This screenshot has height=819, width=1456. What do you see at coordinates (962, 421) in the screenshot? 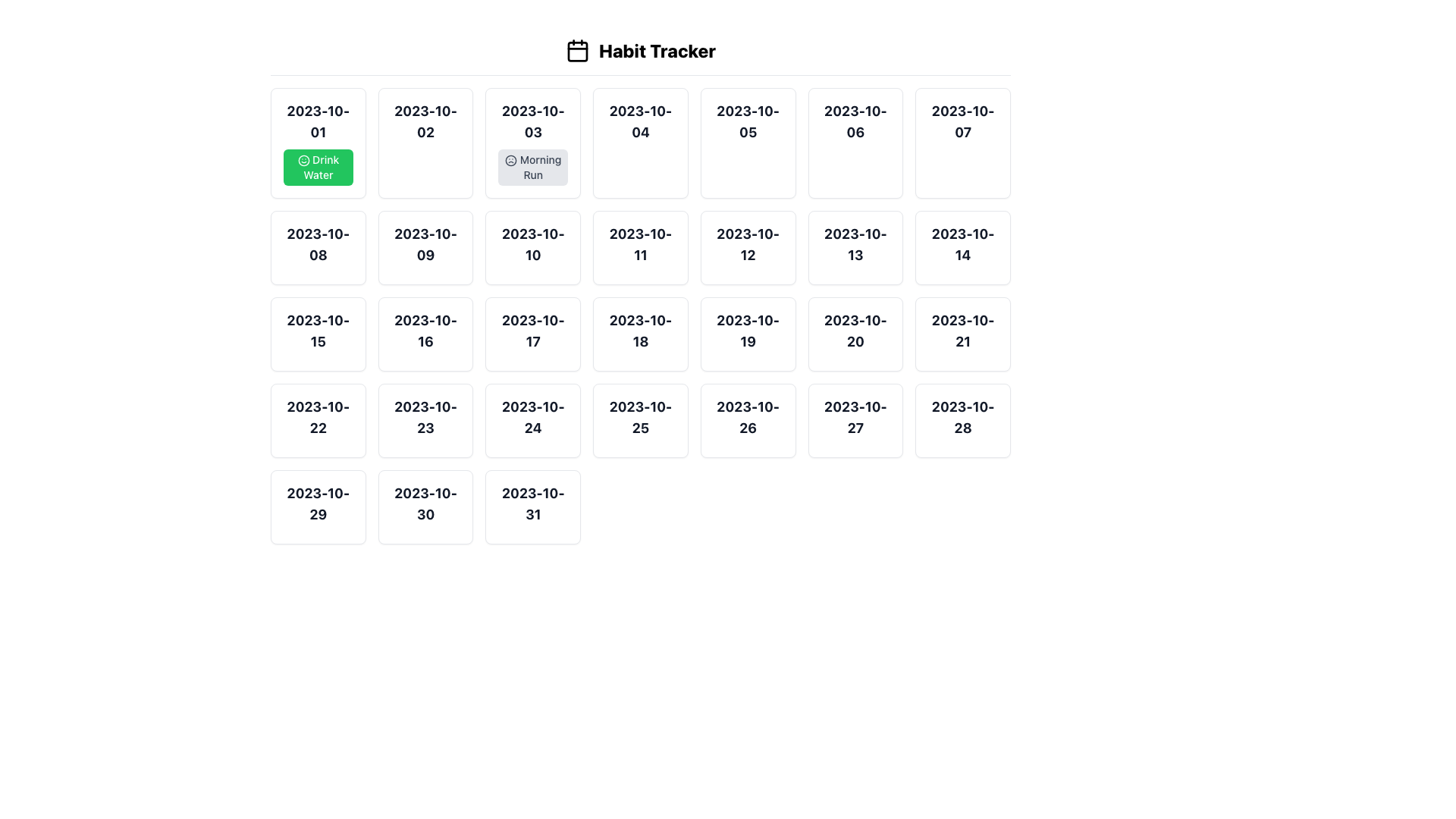
I see `the white card element containing the date '2023-10-28' in bold, large, dark-gray font` at bounding box center [962, 421].